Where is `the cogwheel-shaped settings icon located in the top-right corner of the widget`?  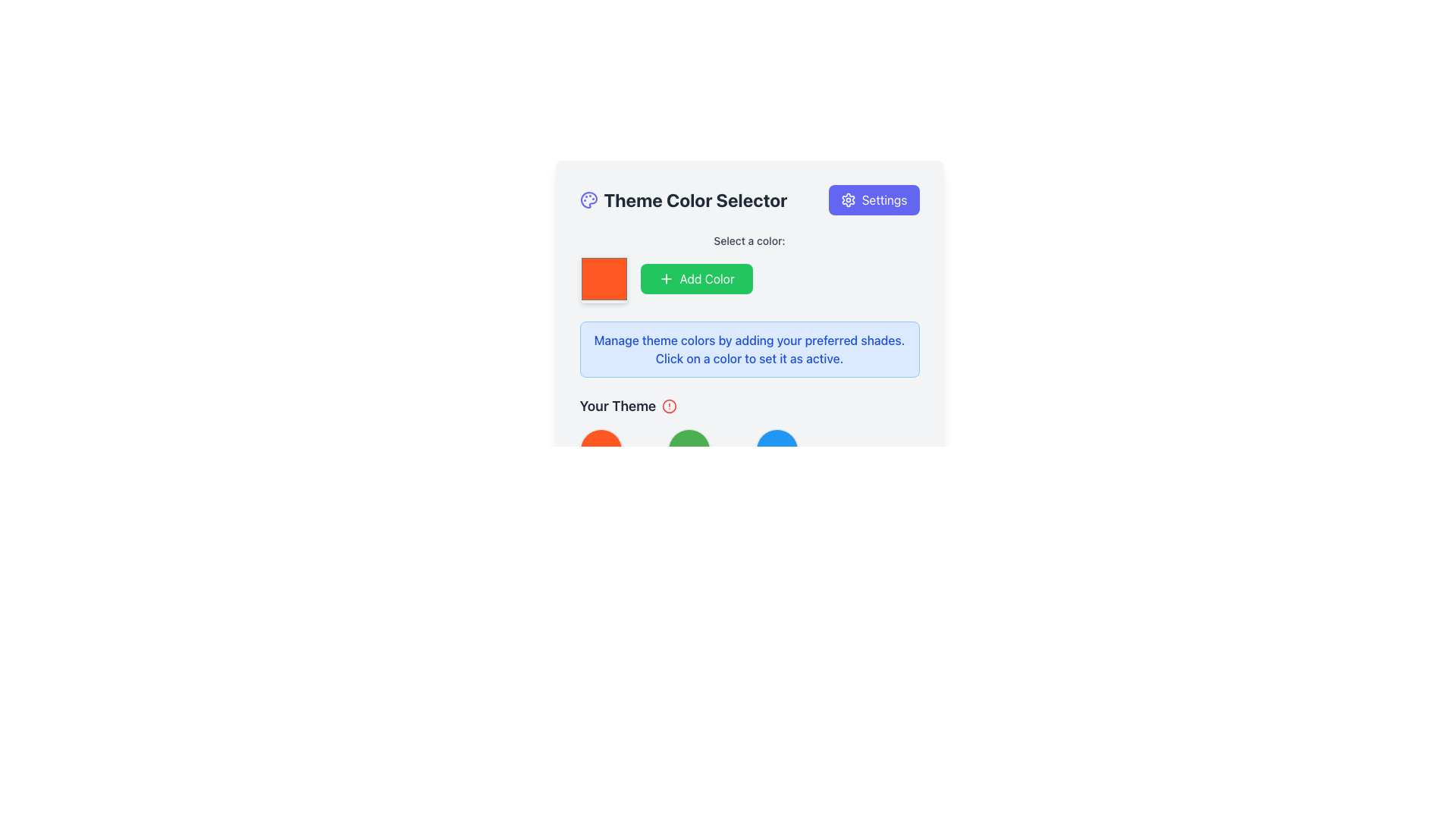 the cogwheel-shaped settings icon located in the top-right corner of the widget is located at coordinates (847, 199).